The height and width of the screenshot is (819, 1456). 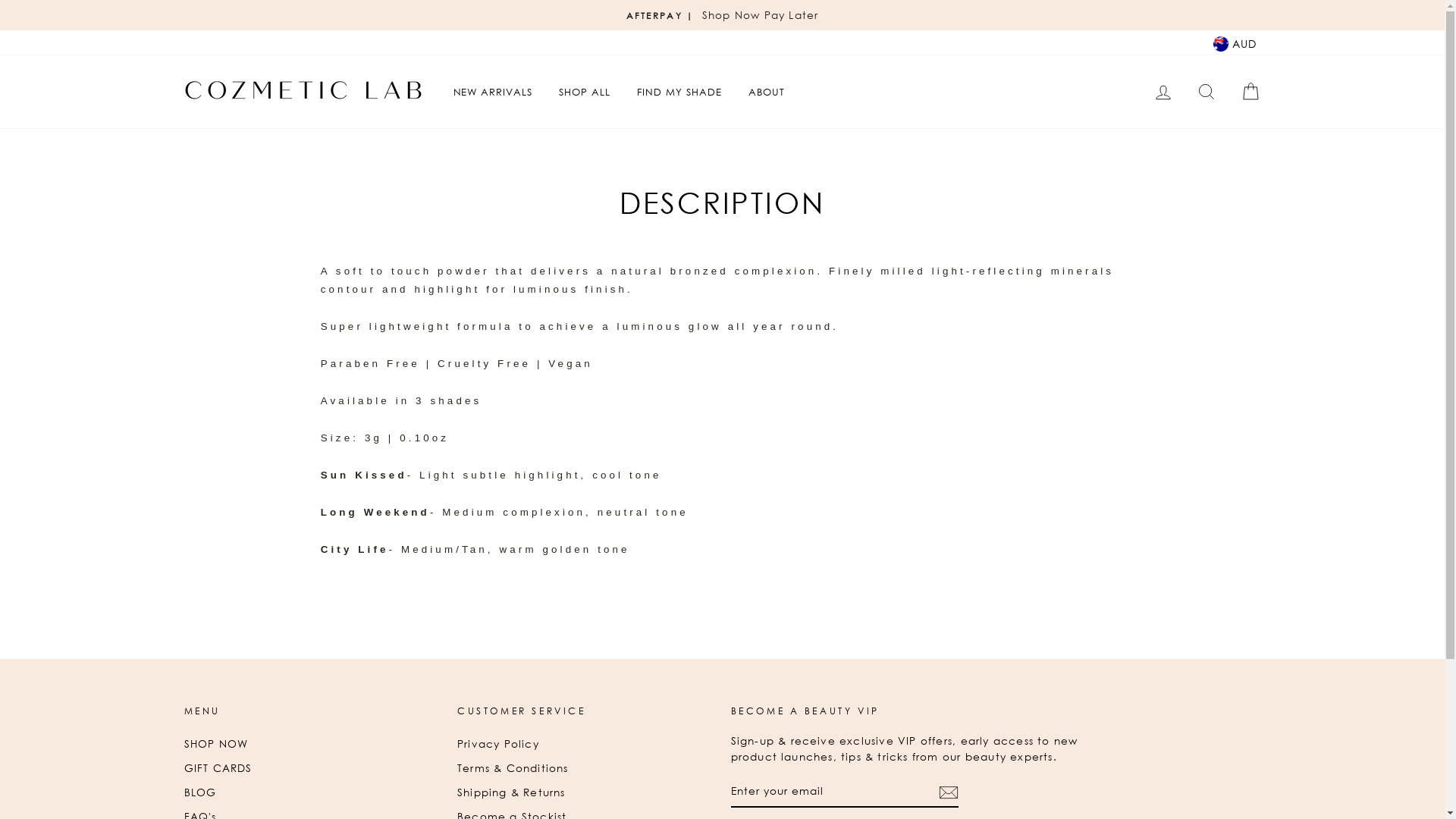 What do you see at coordinates (513, 768) in the screenshot?
I see `'Terms & Conditions'` at bounding box center [513, 768].